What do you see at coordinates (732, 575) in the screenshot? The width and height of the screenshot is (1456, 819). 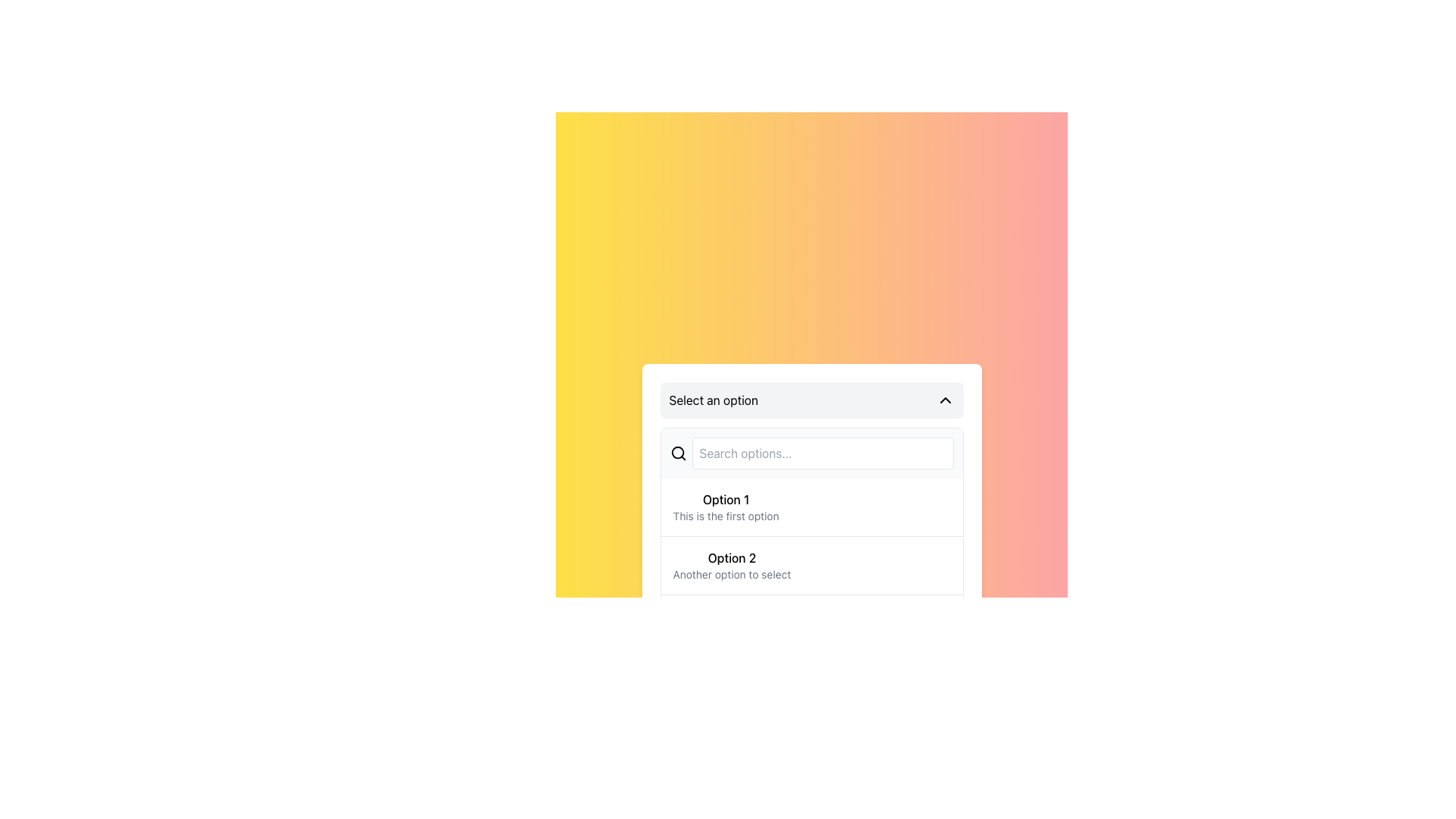 I see `the text label reading 'Another option to select', which is a descriptive subtitle positioned beneath 'Option 2' in the dropdown menu` at bounding box center [732, 575].